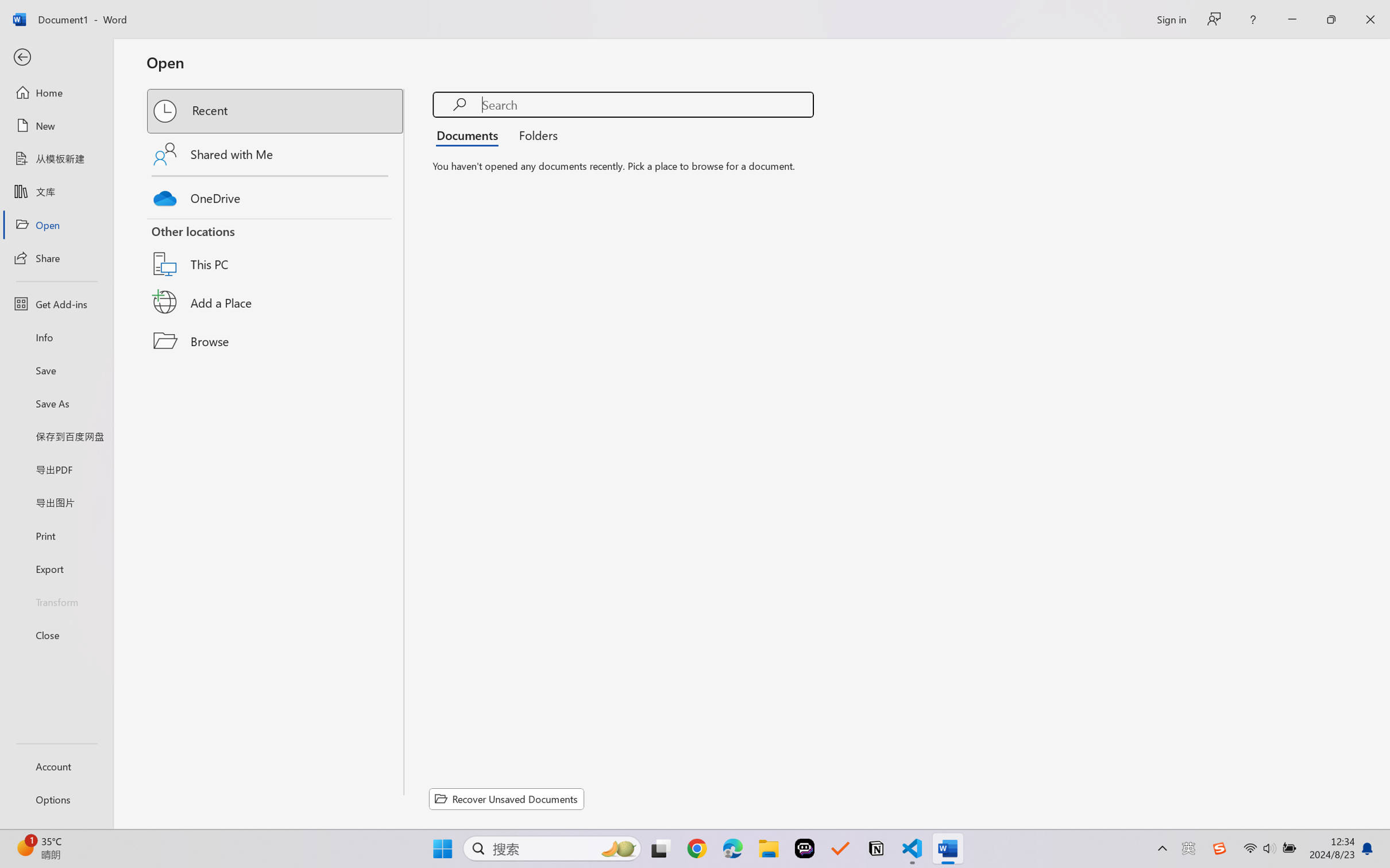 The image size is (1390, 868). I want to click on 'Print', so click(56, 536).